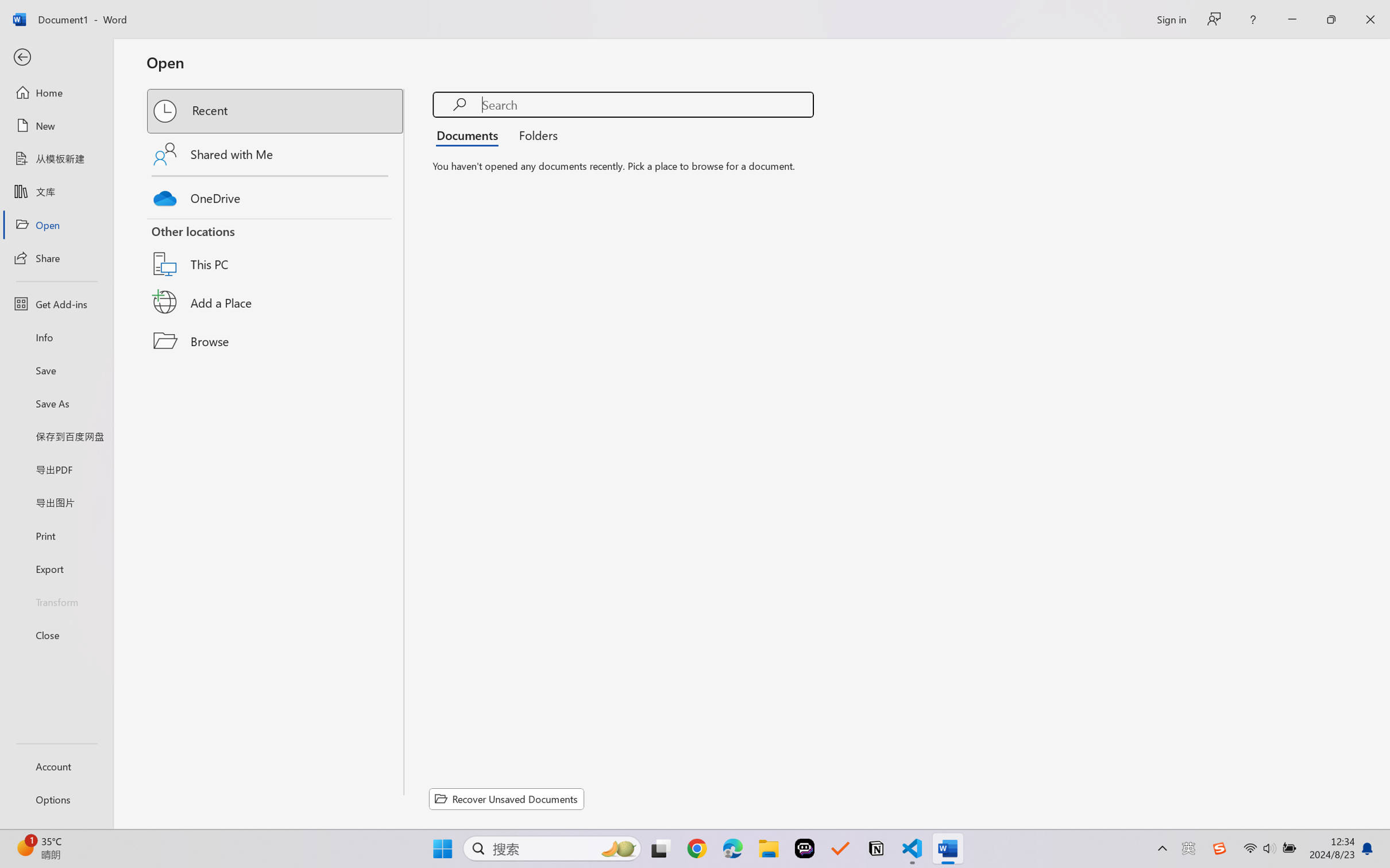 The image size is (1390, 868). I want to click on 'Print', so click(56, 536).